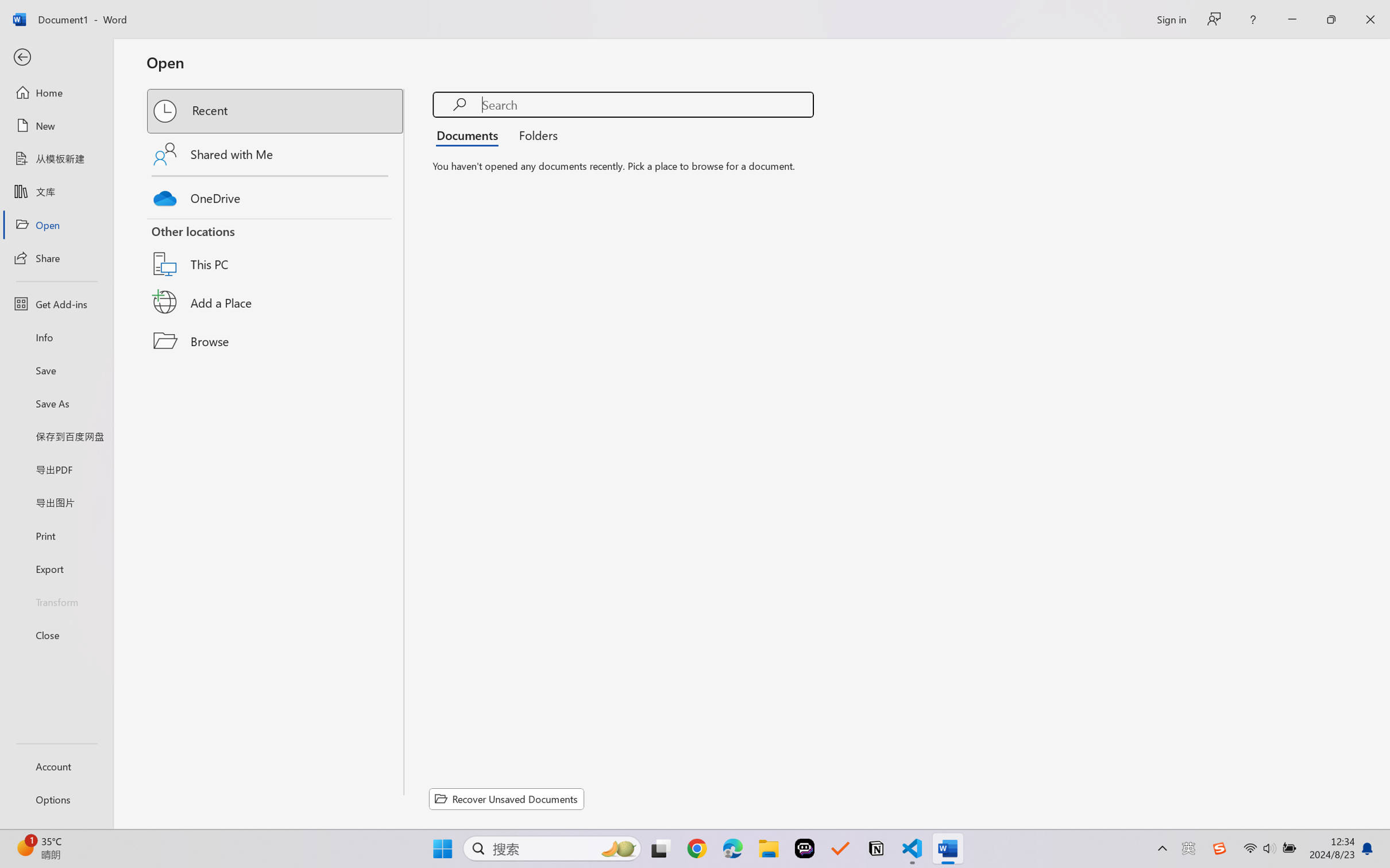 The image size is (1390, 868). I want to click on 'Print', so click(56, 536).